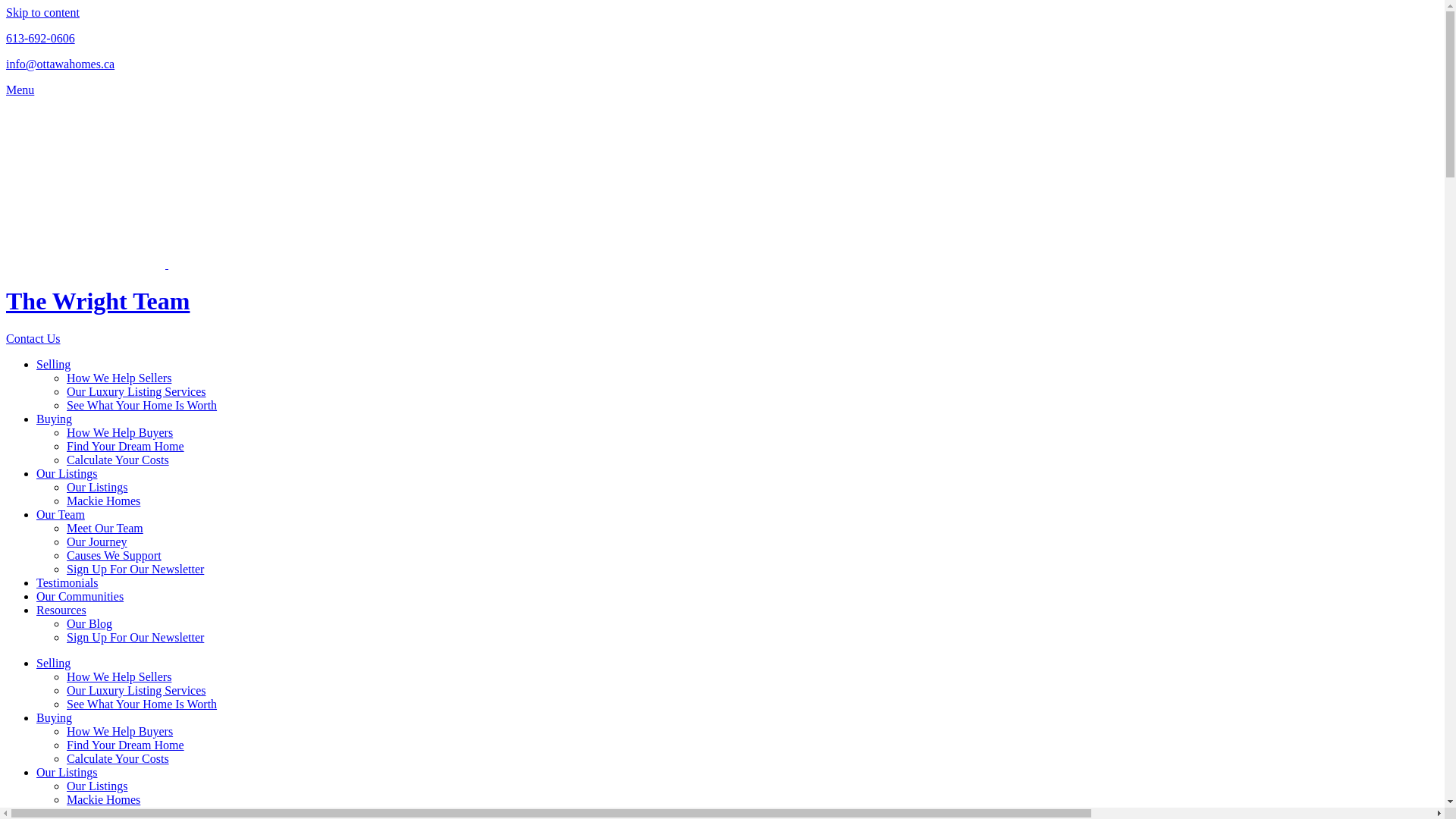 The height and width of the screenshot is (819, 1456). I want to click on 'How We Help Buyers', so click(119, 730).